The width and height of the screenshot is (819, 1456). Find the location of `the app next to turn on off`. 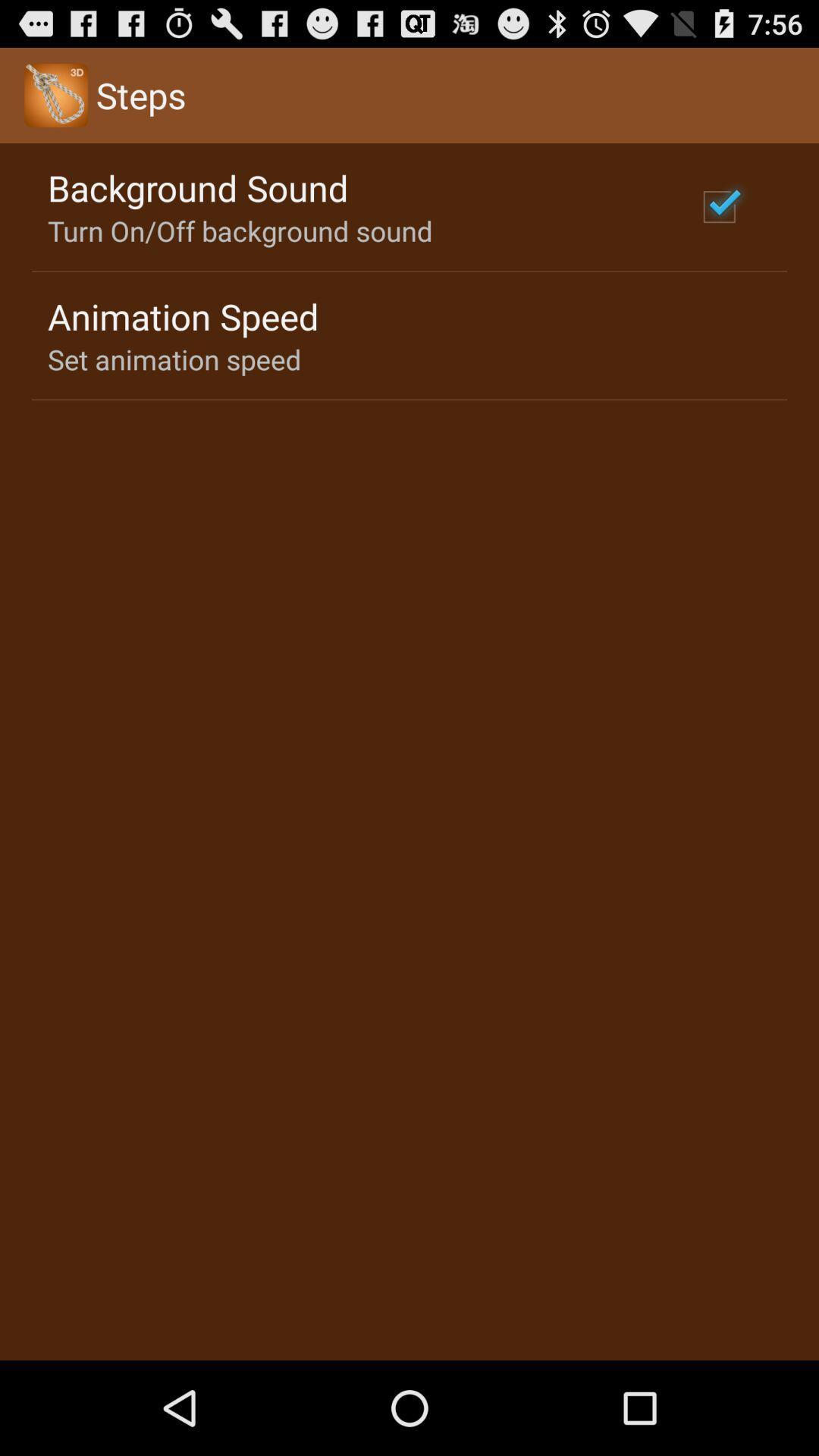

the app next to turn on off is located at coordinates (718, 206).